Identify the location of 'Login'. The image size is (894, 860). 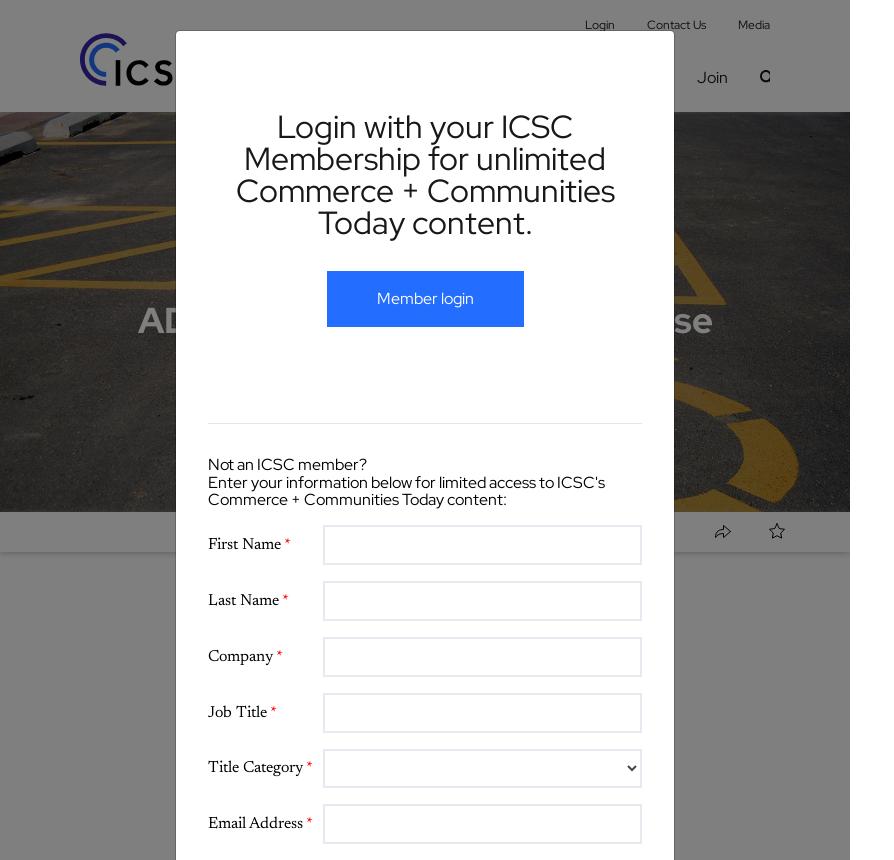
(599, 25).